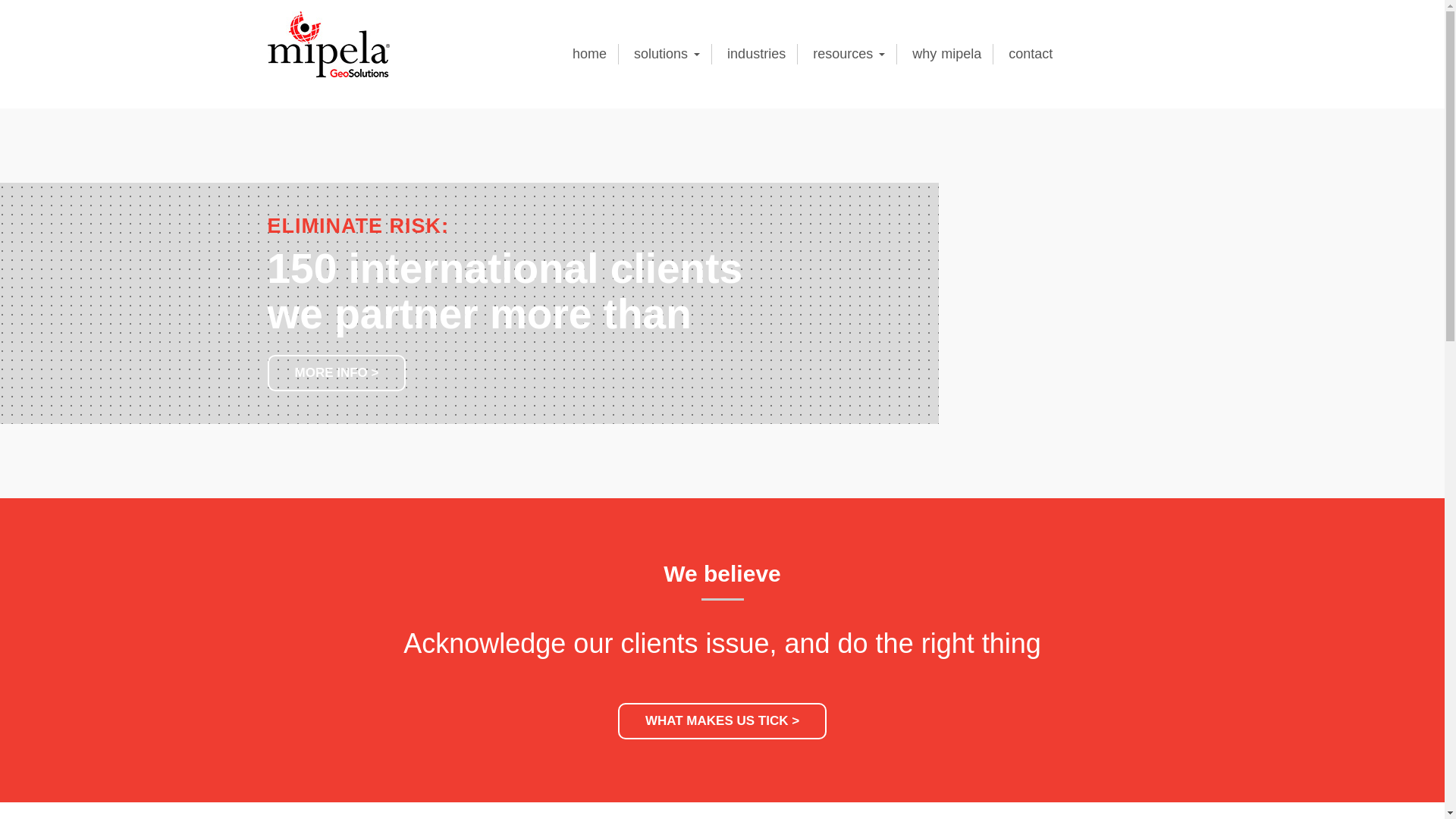 This screenshot has height=819, width=1456. I want to click on 'resources', so click(848, 53).